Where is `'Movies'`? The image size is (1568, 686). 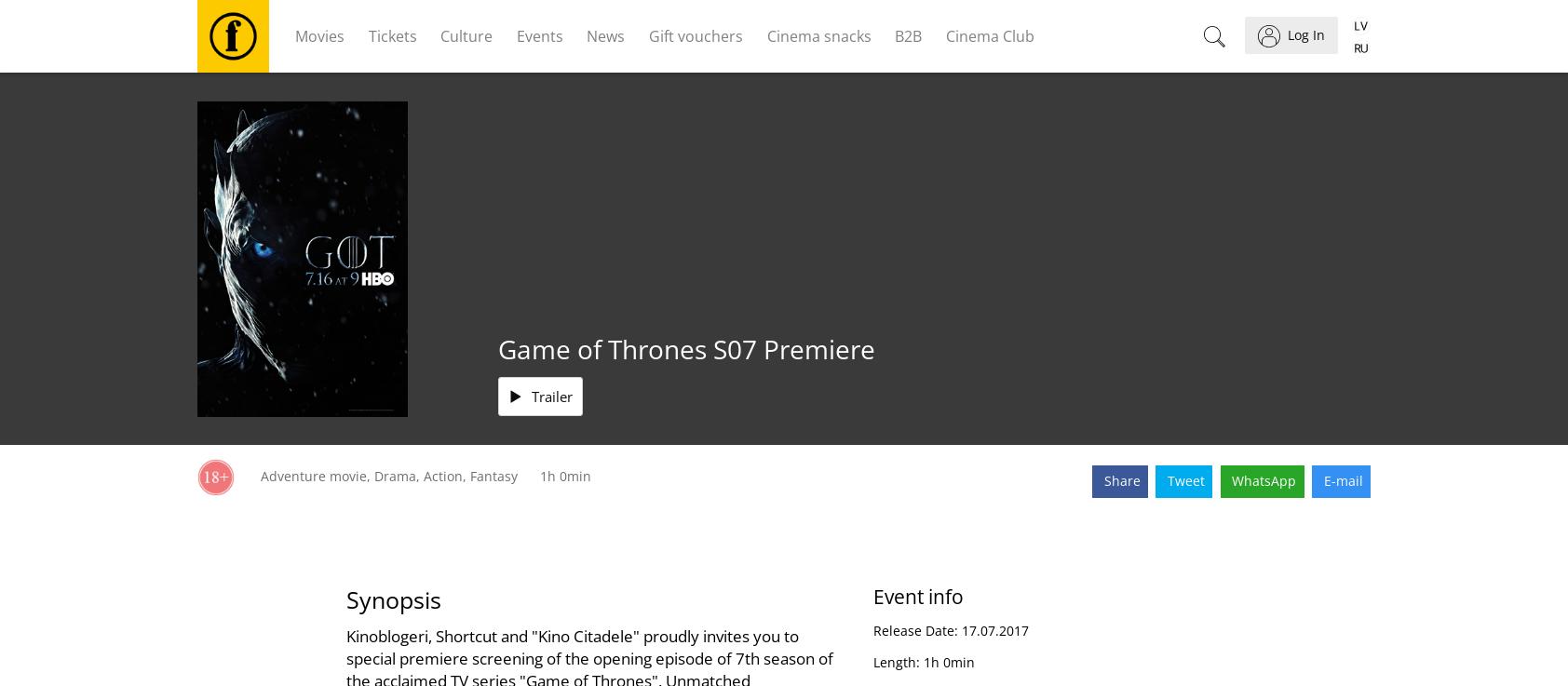
'Movies' is located at coordinates (319, 34).